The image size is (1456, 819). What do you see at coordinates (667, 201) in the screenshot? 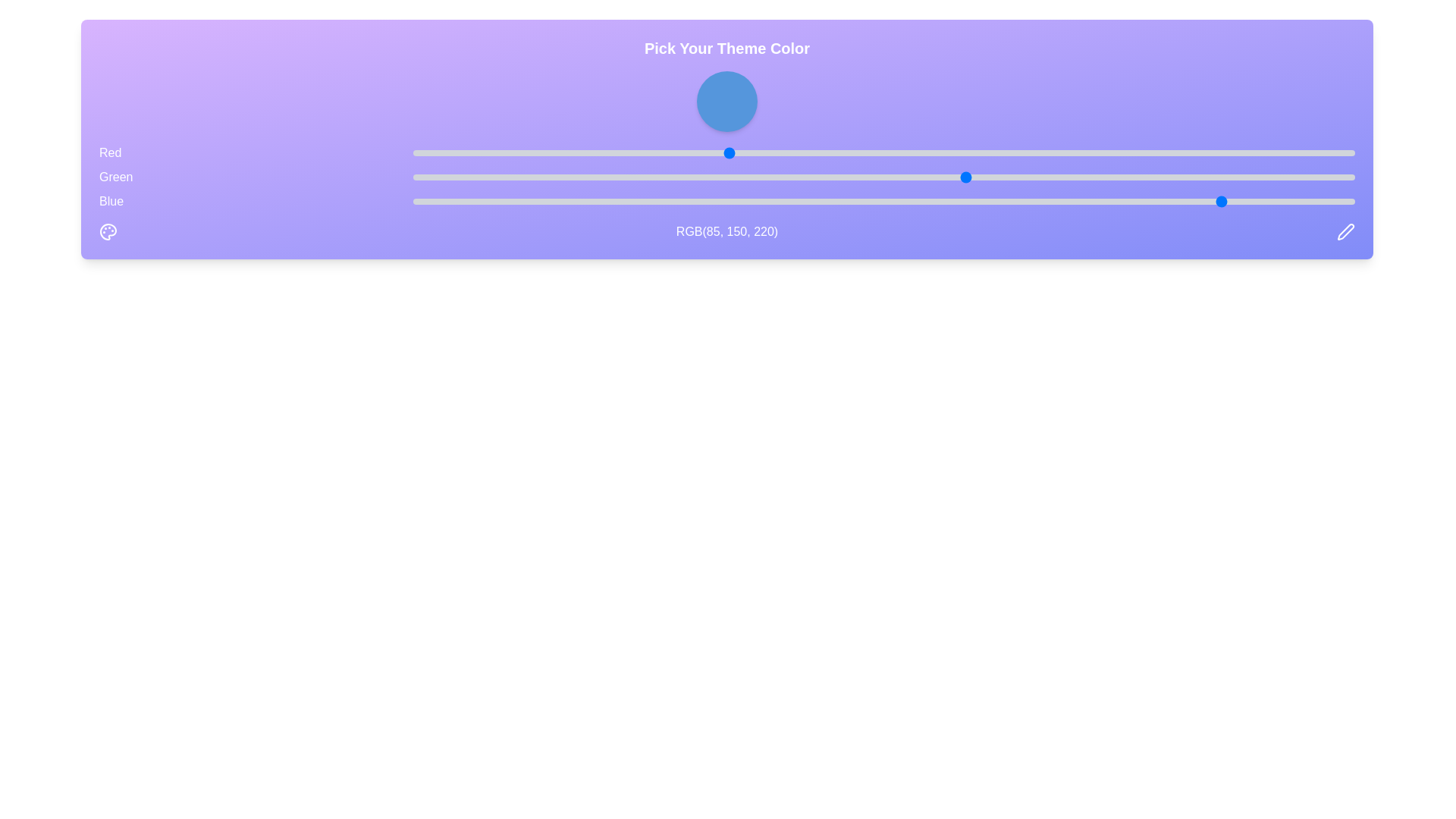
I see `the Blue value` at bounding box center [667, 201].